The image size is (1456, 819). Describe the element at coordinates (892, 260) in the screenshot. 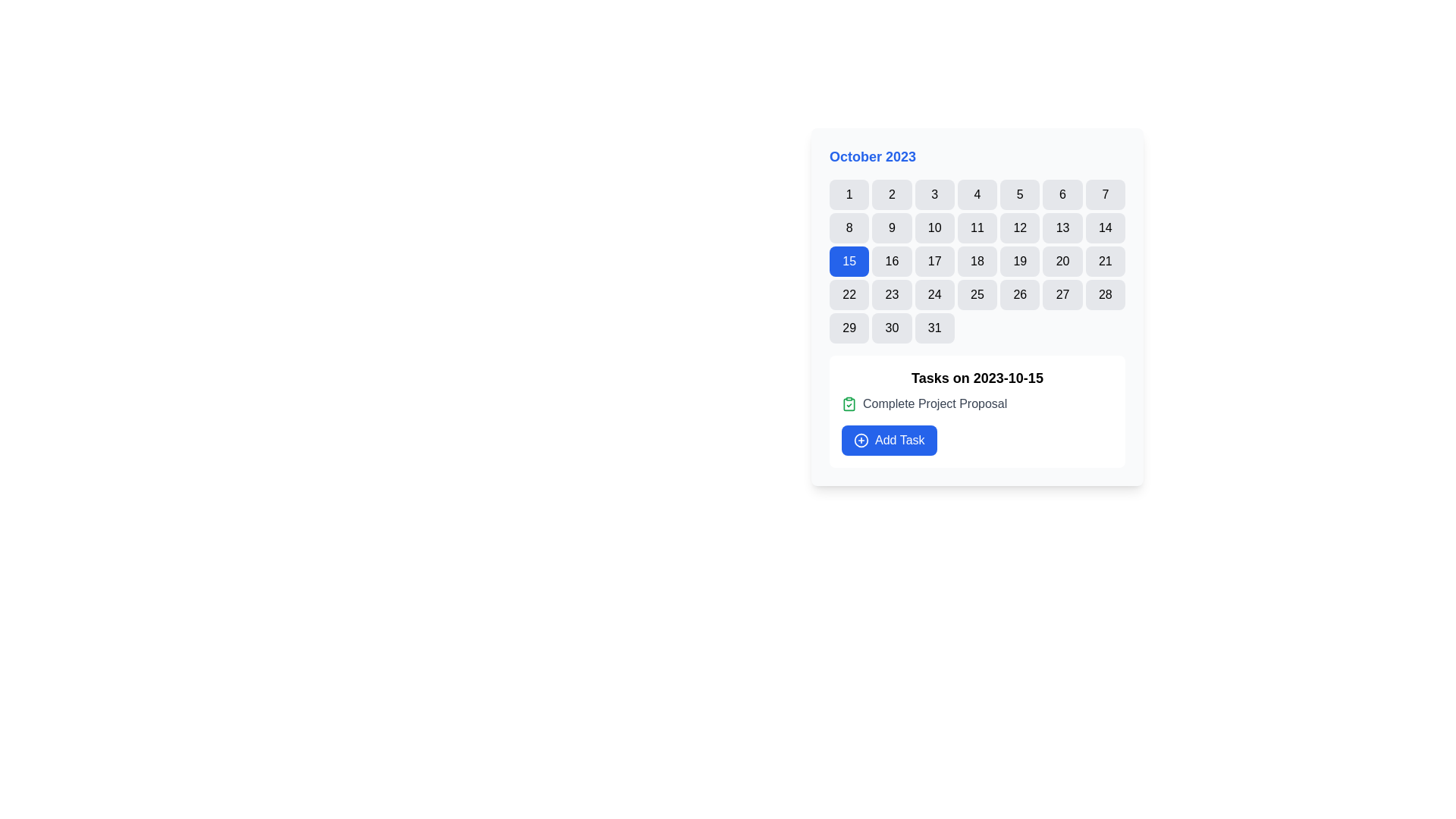

I see `the rectangular button with rounded corners and a light gray background containing the text '16', which is part of a calendar grid layout` at that location.